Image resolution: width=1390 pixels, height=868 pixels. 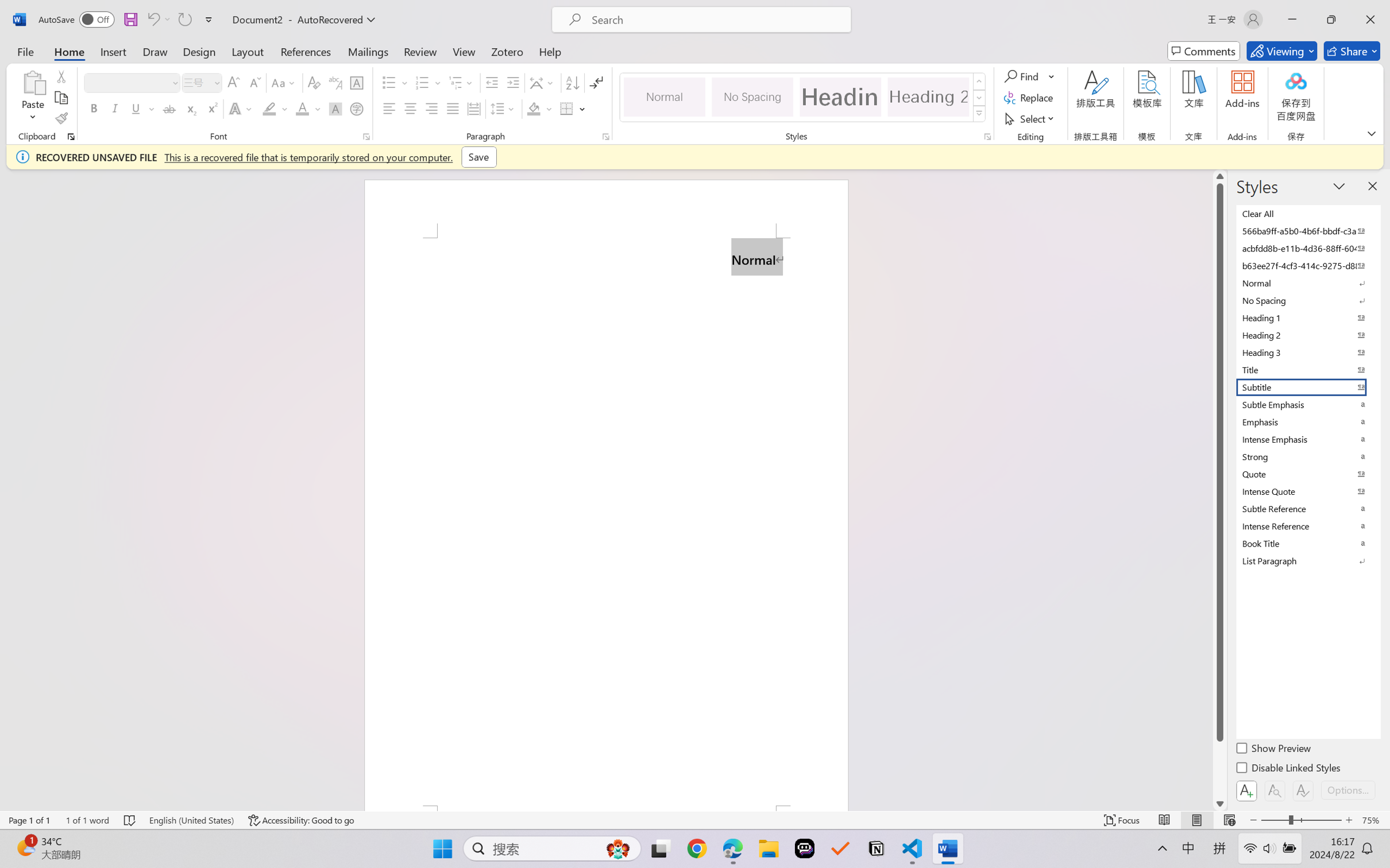 What do you see at coordinates (549, 51) in the screenshot?
I see `'Help'` at bounding box center [549, 51].